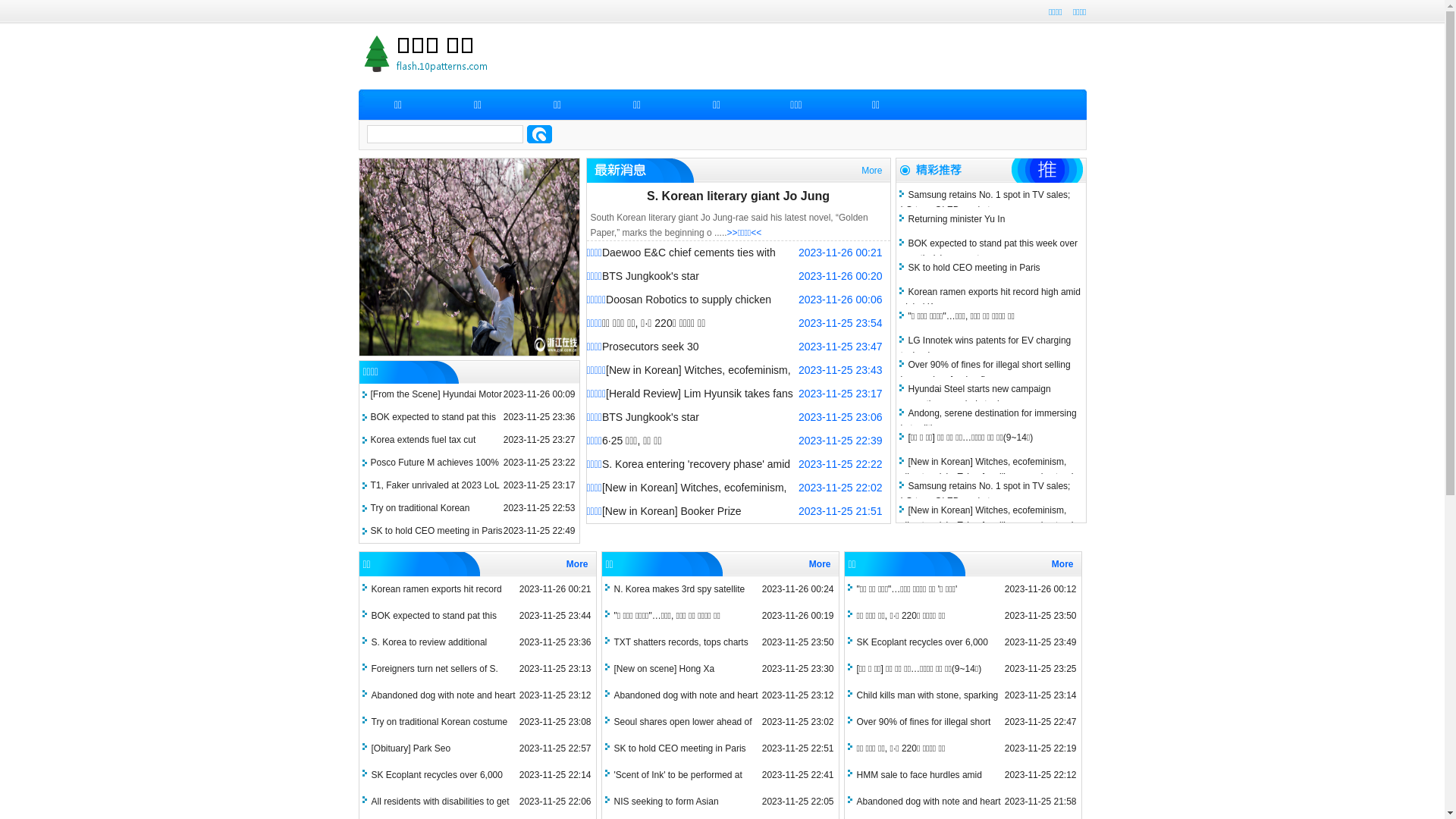  What do you see at coordinates (676, 650) in the screenshot?
I see `'TXT shatters records, tops charts with 3rd LP'` at bounding box center [676, 650].